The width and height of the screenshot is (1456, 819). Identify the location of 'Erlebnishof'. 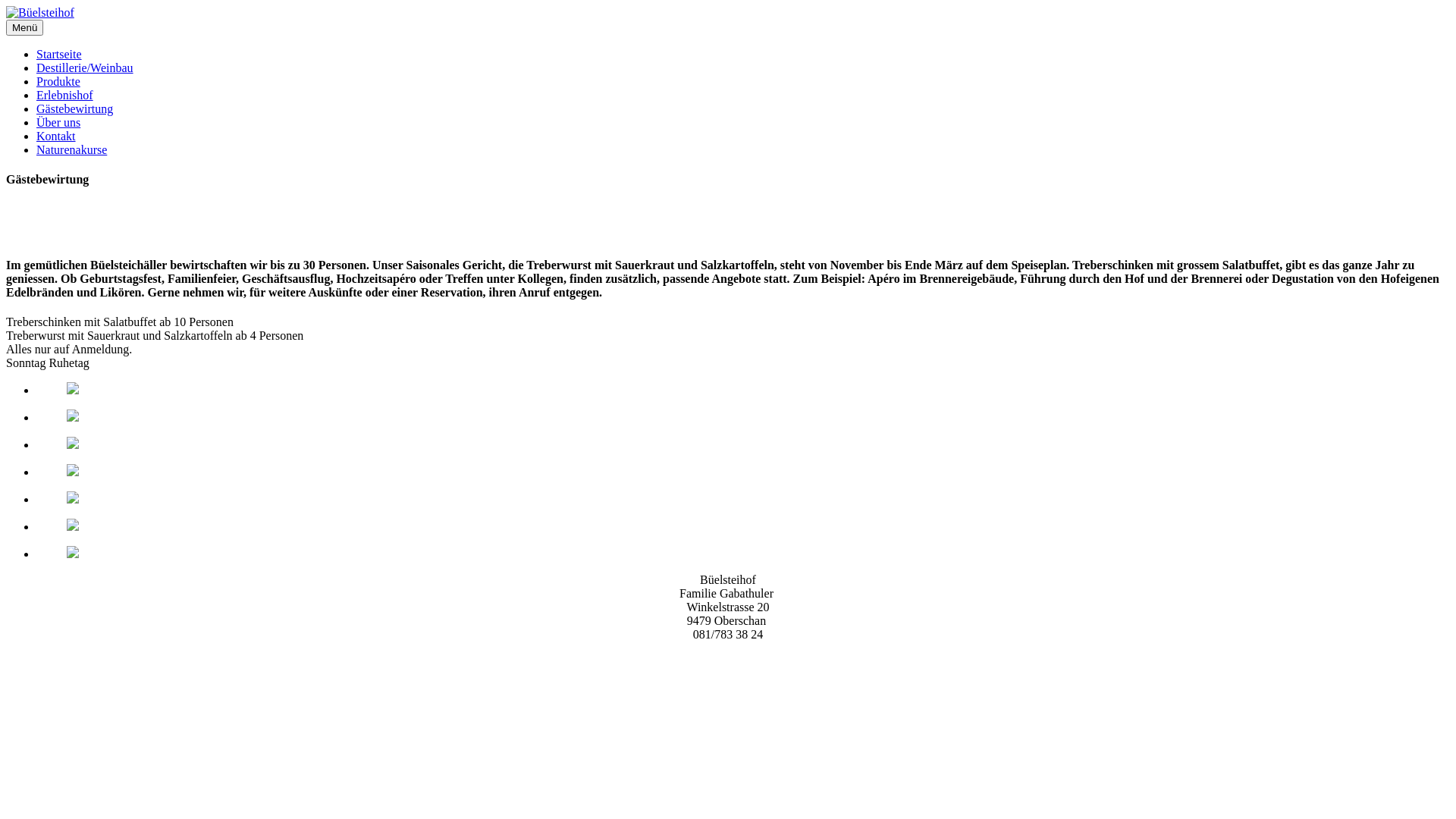
(64, 95).